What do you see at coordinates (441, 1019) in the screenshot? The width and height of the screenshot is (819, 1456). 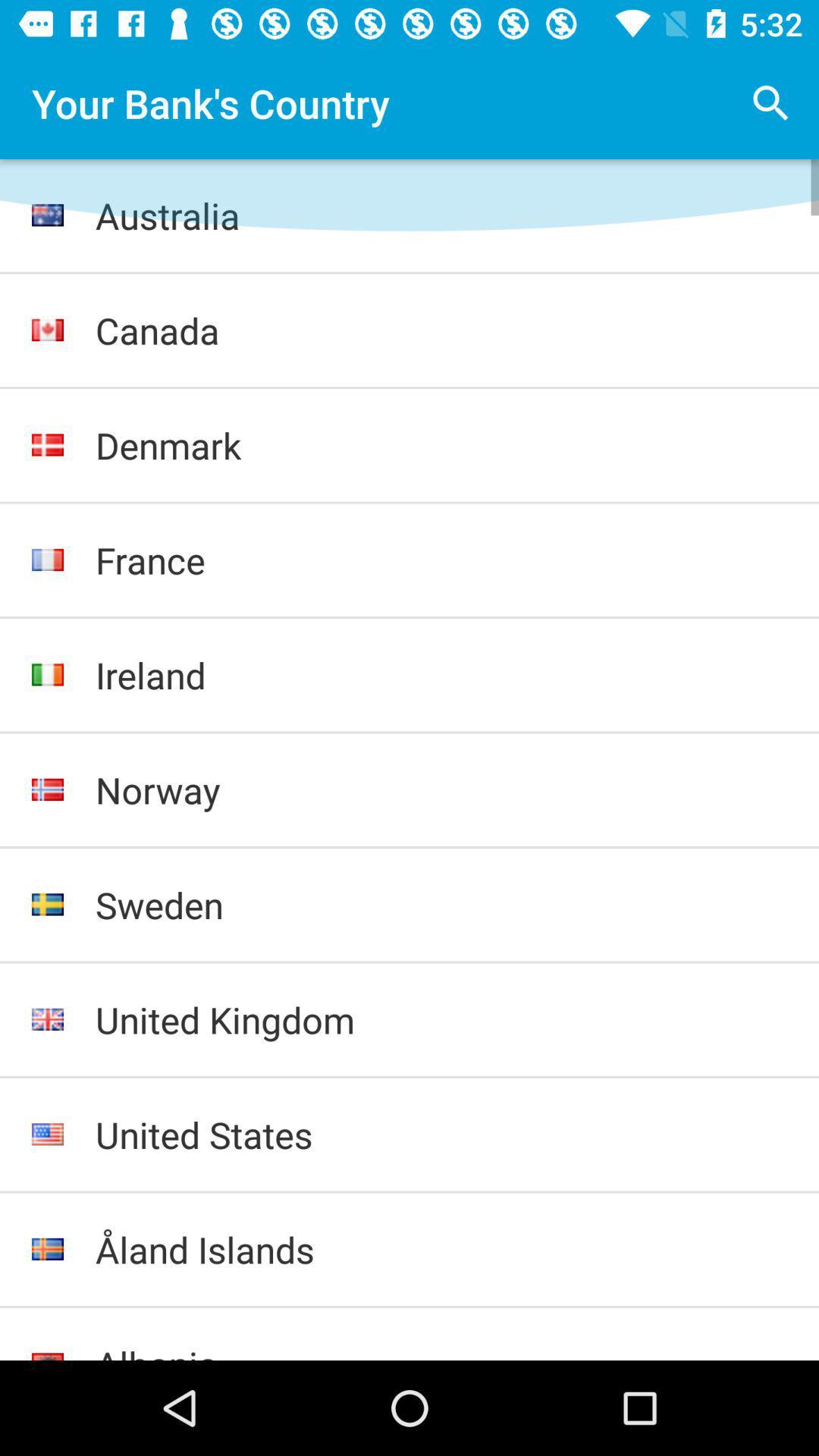 I see `united kingdom` at bounding box center [441, 1019].